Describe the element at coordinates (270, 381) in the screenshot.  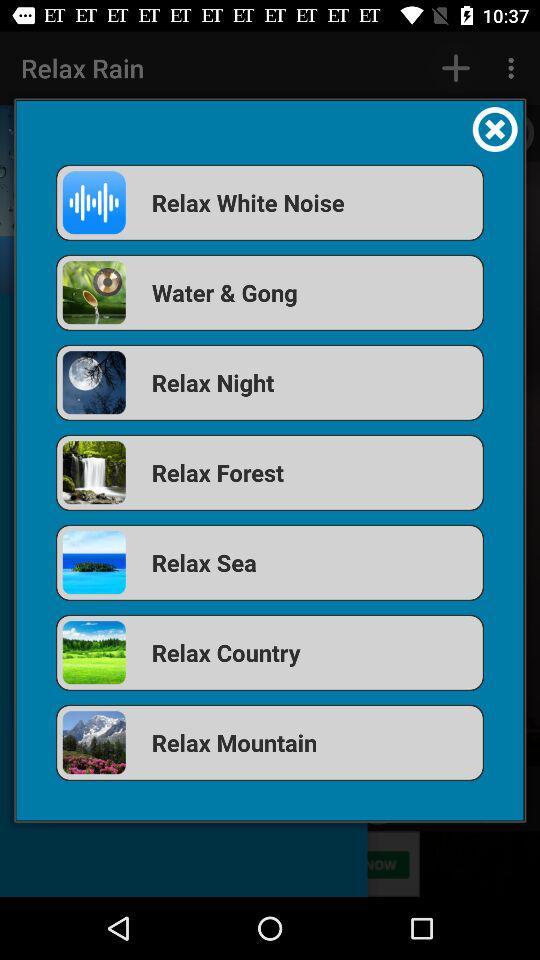
I see `relax night icon` at that location.